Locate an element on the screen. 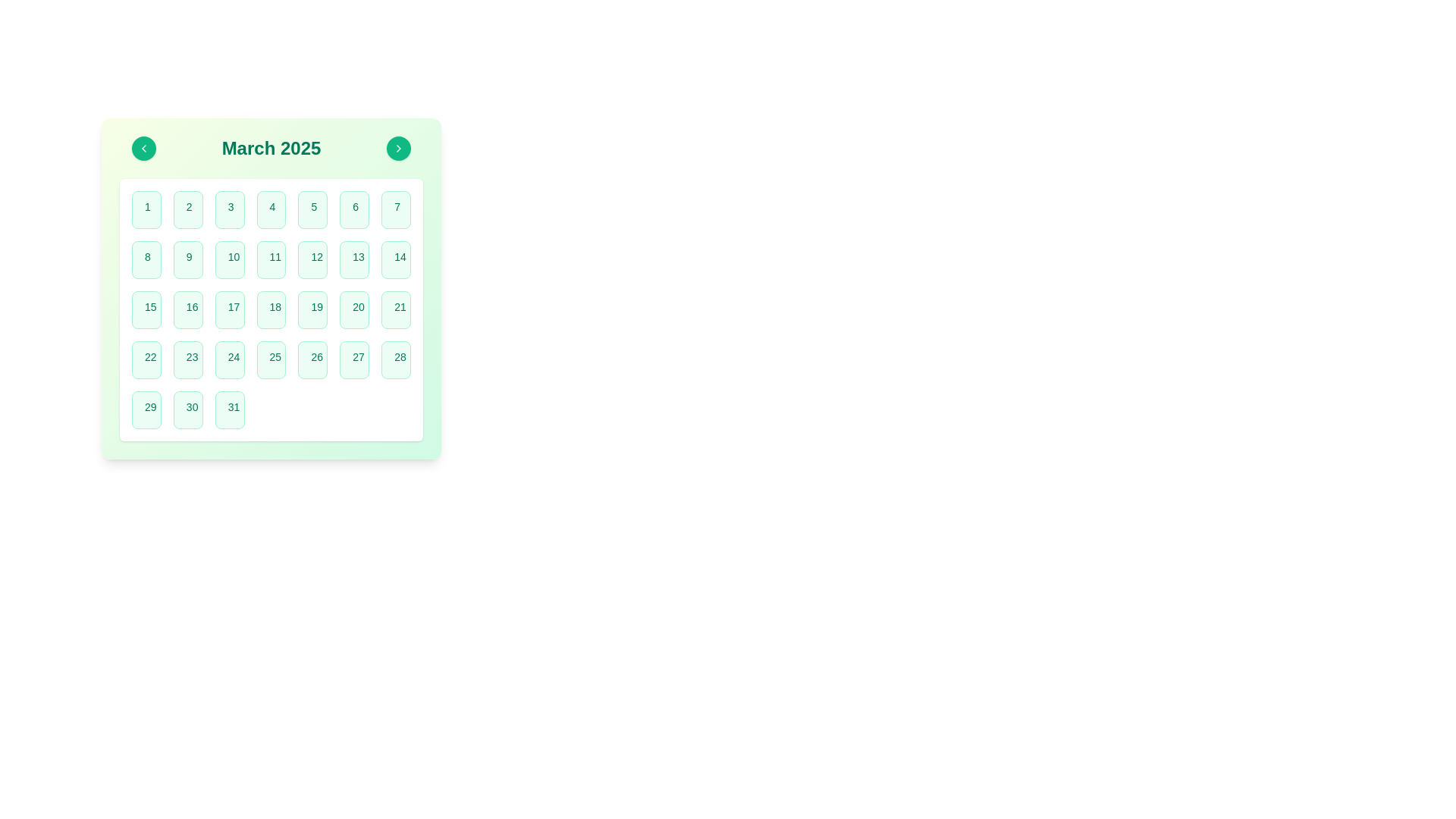 This screenshot has width=1456, height=819. the first day button of the month is located at coordinates (146, 210).